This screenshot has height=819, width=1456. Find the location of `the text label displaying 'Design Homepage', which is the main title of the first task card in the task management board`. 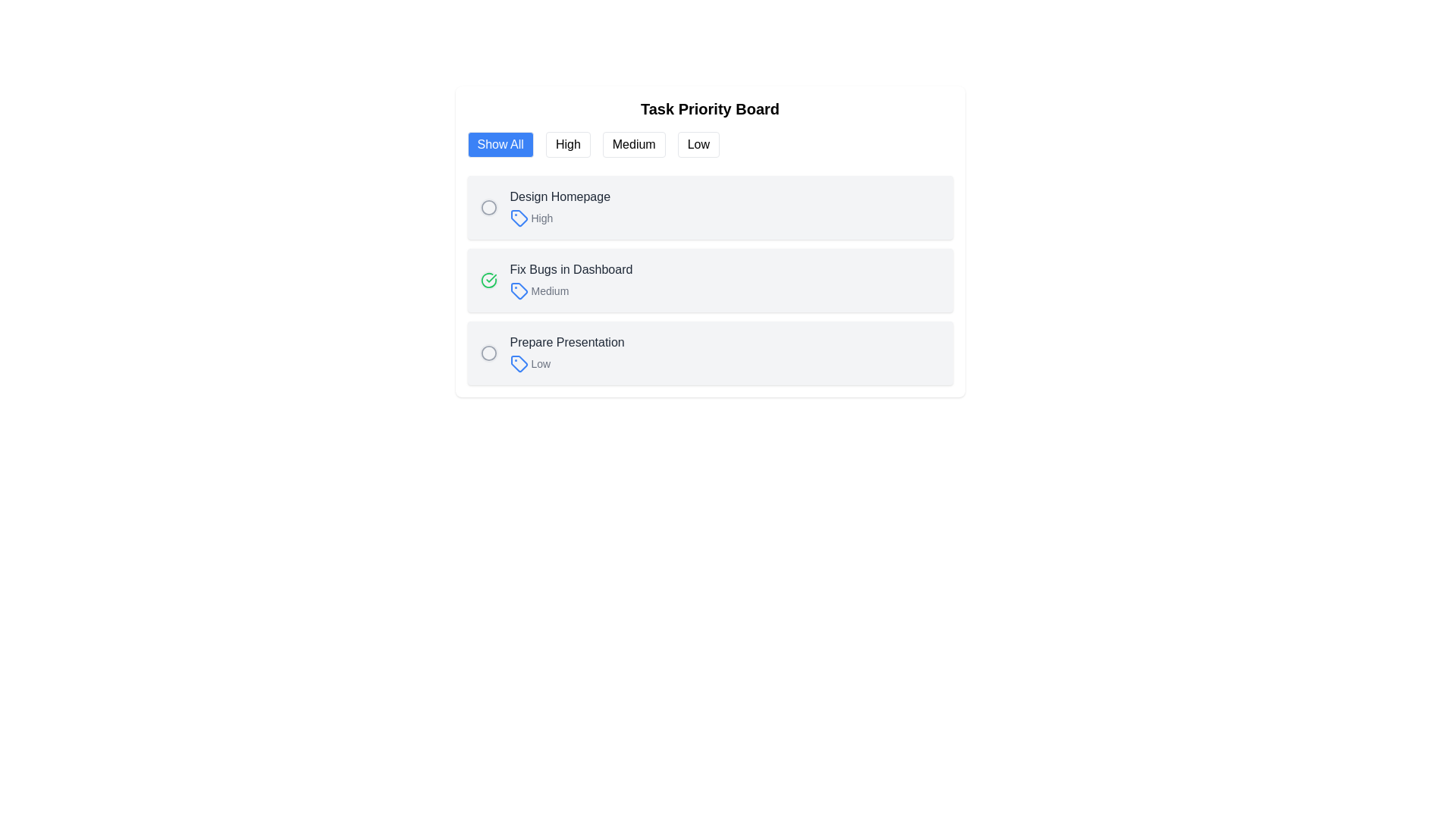

the text label displaying 'Design Homepage', which is the main title of the first task card in the task management board is located at coordinates (559, 196).